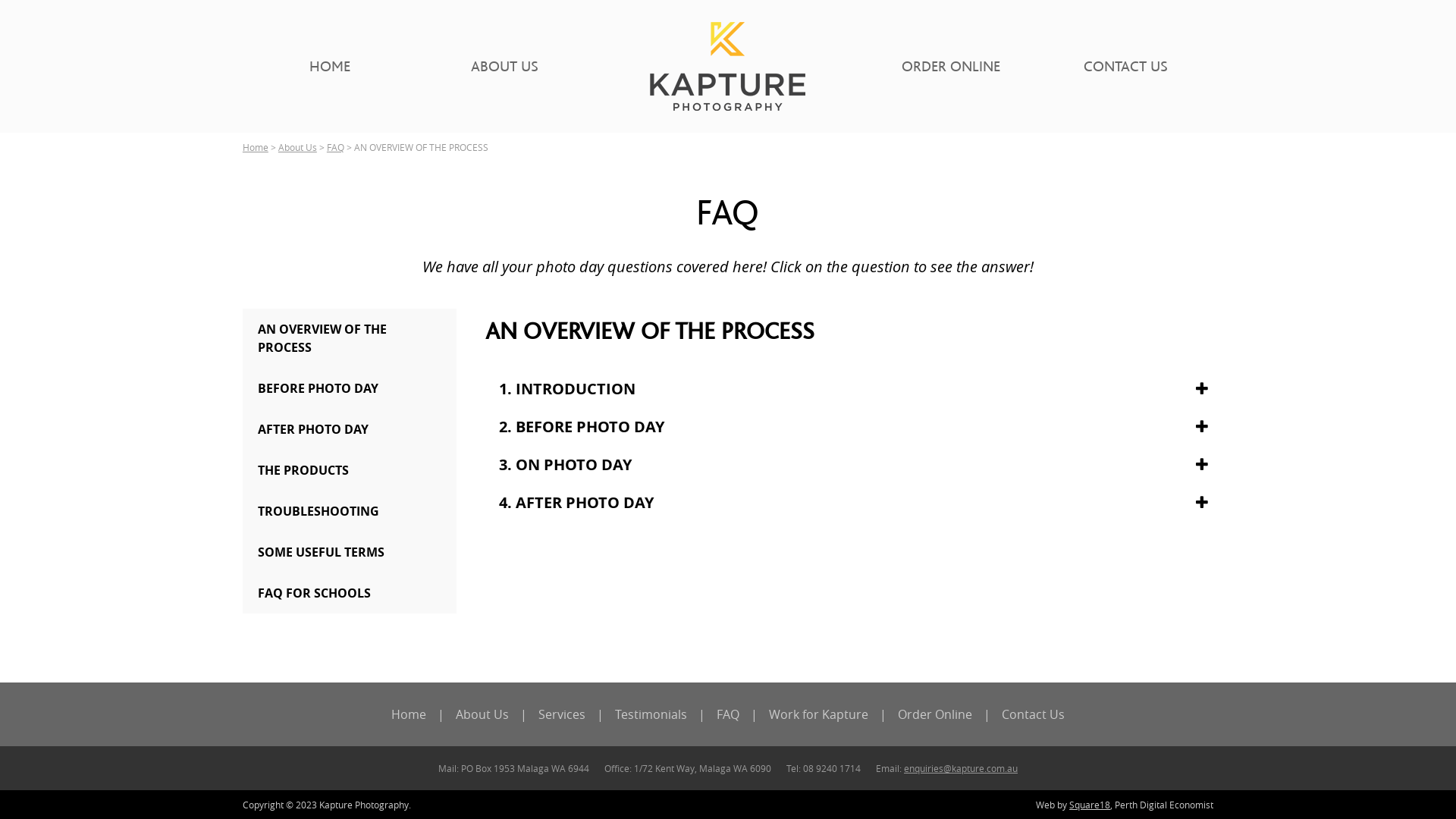  I want to click on 'Square18', so click(1088, 803).